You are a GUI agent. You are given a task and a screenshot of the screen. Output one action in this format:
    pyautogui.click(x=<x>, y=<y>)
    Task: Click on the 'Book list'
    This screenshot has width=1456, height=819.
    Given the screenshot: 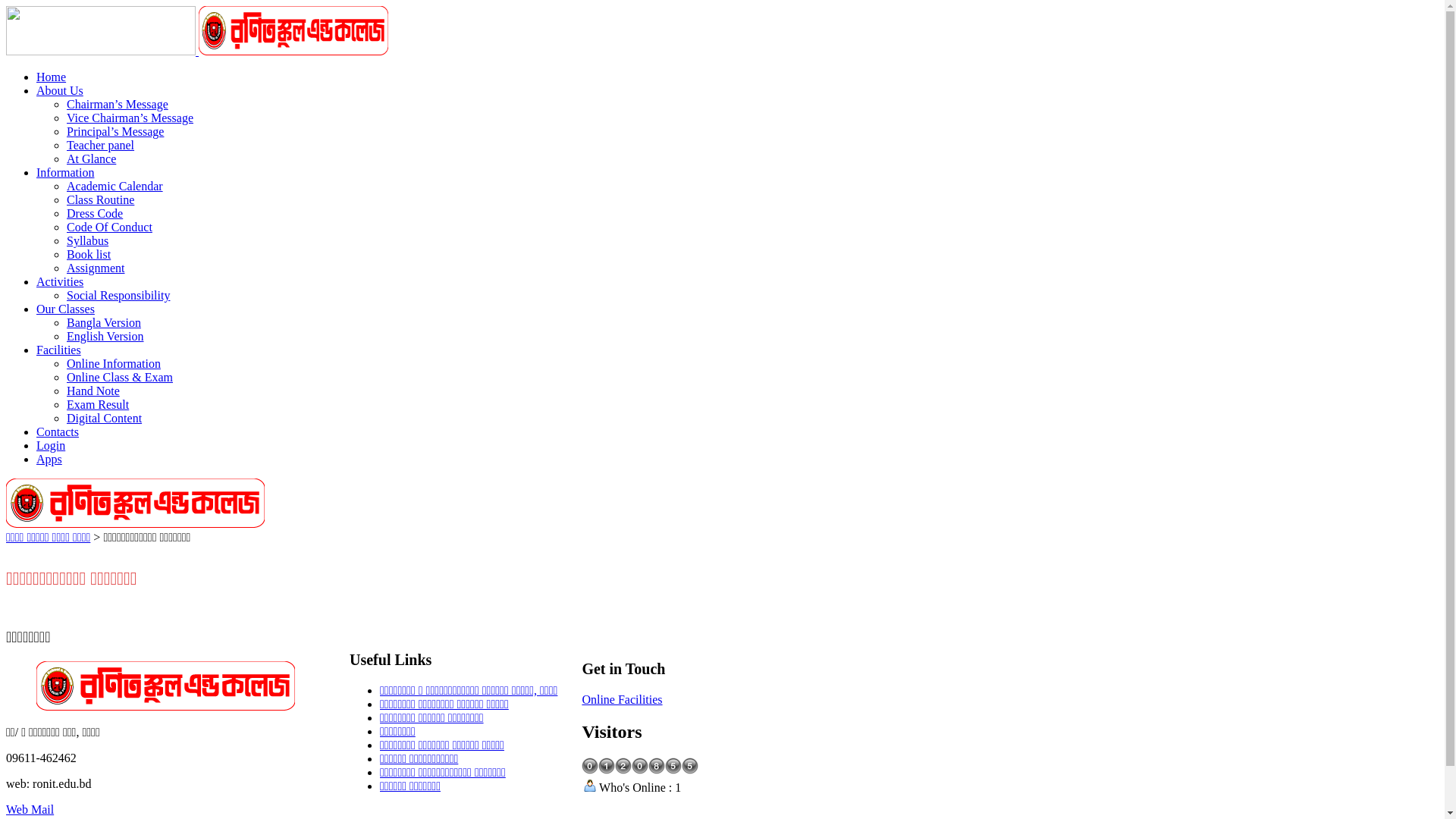 What is the action you would take?
    pyautogui.click(x=87, y=253)
    